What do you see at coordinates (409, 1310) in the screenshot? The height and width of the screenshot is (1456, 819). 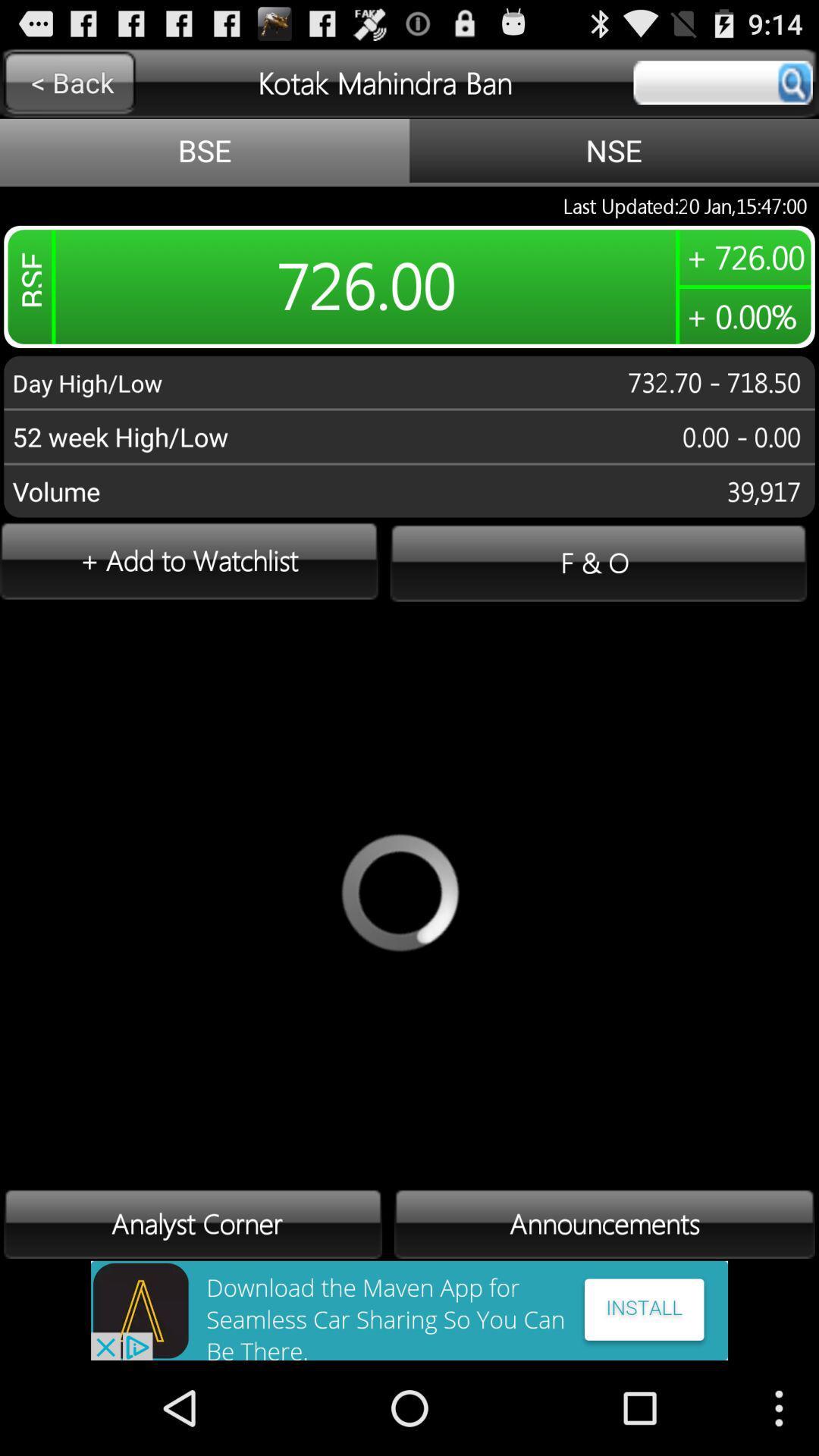 I see `image` at bounding box center [409, 1310].